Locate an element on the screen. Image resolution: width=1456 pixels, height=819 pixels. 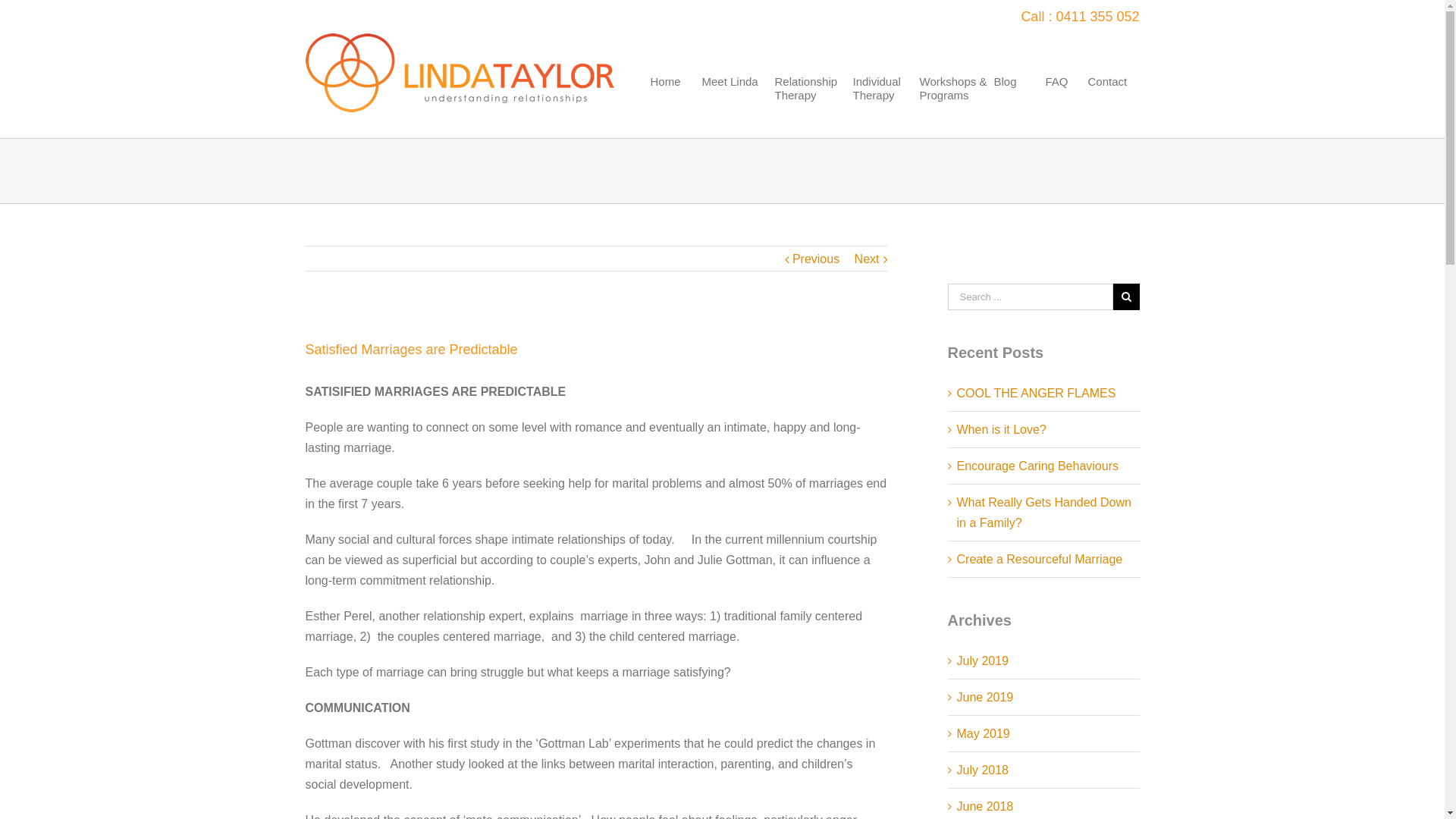
'June 2018' is located at coordinates (985, 805).